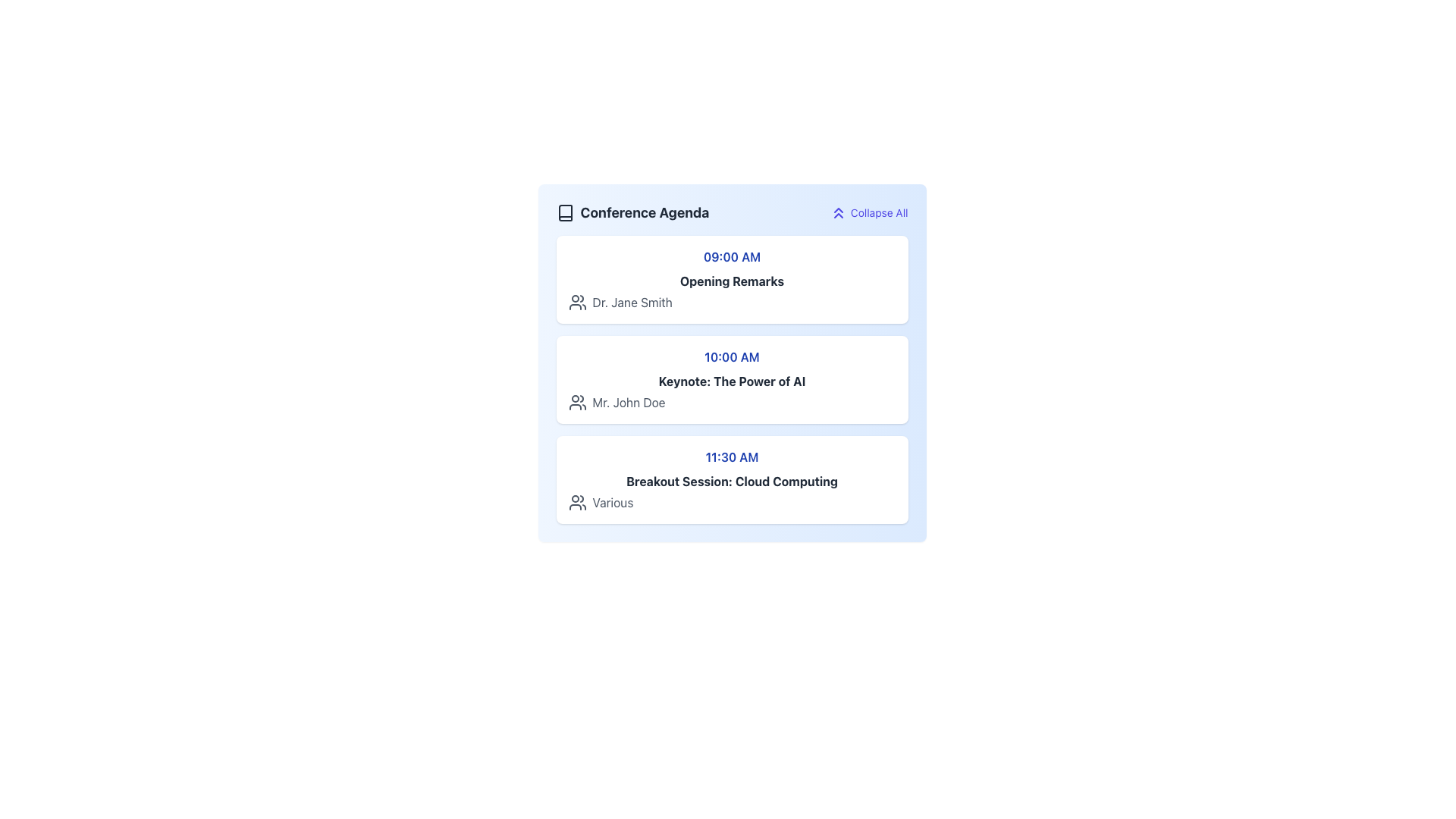 The height and width of the screenshot is (819, 1456). I want to click on the text field that displays the time of the scheduled session, located before the text 'Breakout Session: Cloud Computing Various' in the agenda card, so click(732, 456).